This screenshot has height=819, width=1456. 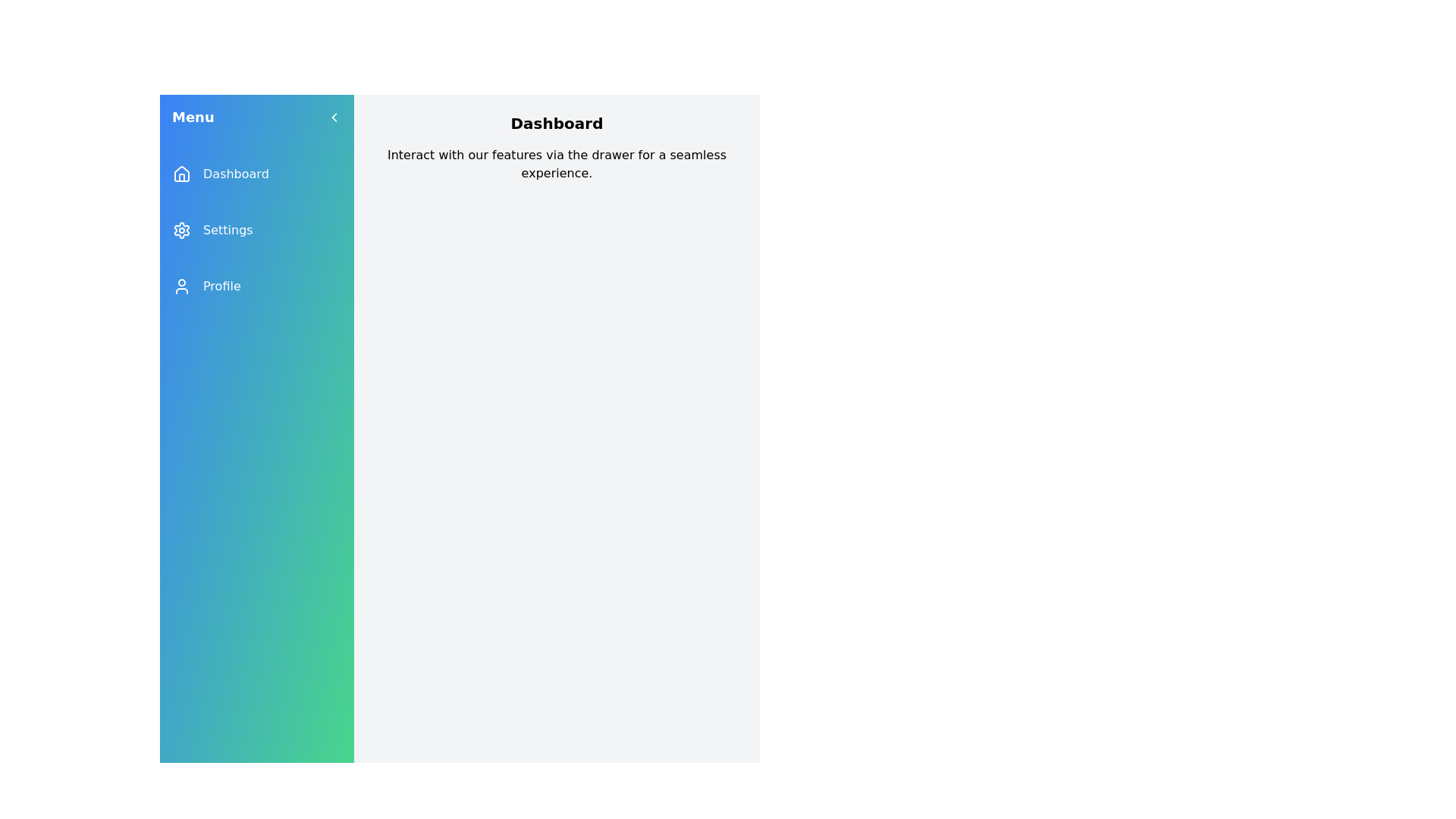 What do you see at coordinates (257, 174) in the screenshot?
I see `the menu item labeled Dashboard to observe visual feedback` at bounding box center [257, 174].